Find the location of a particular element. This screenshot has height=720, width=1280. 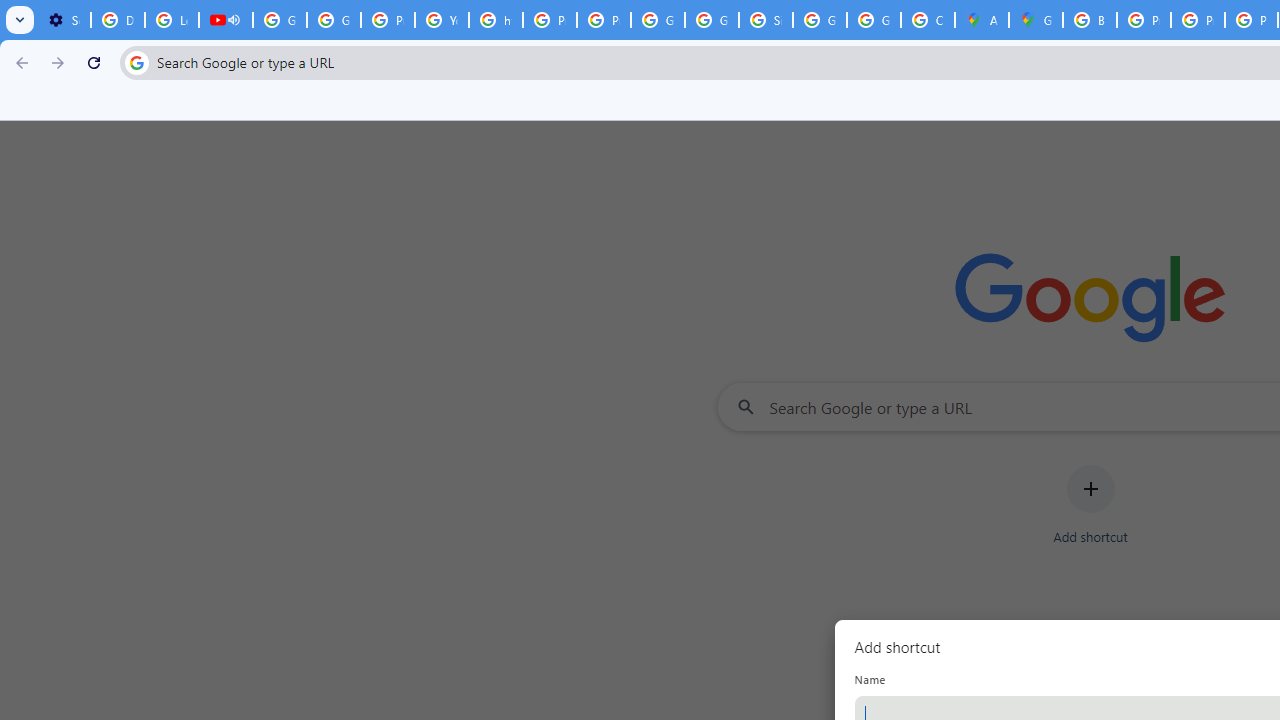

'https://scholar.google.com/' is located at coordinates (496, 20).